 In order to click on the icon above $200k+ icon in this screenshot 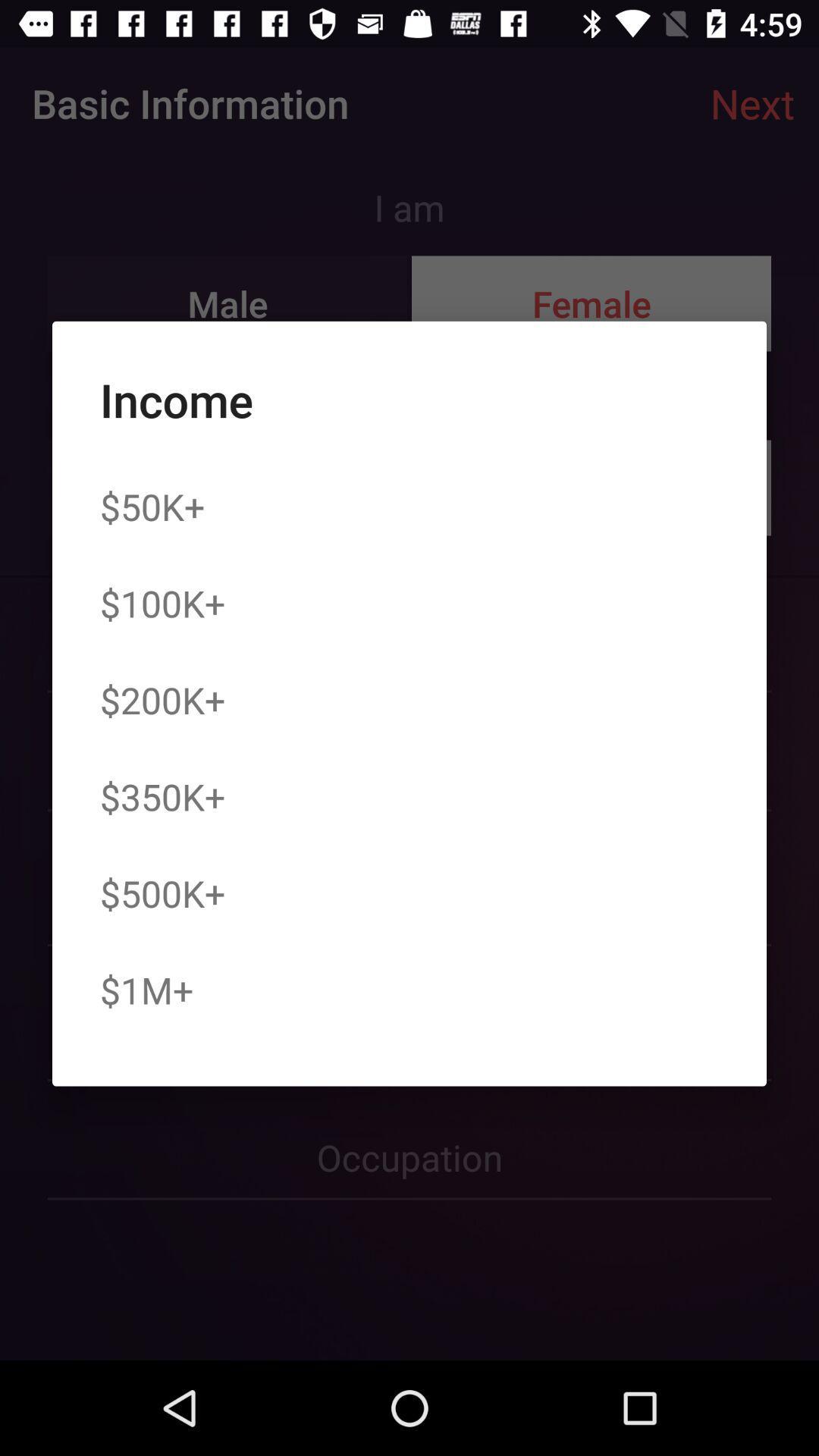, I will do `click(162, 602)`.